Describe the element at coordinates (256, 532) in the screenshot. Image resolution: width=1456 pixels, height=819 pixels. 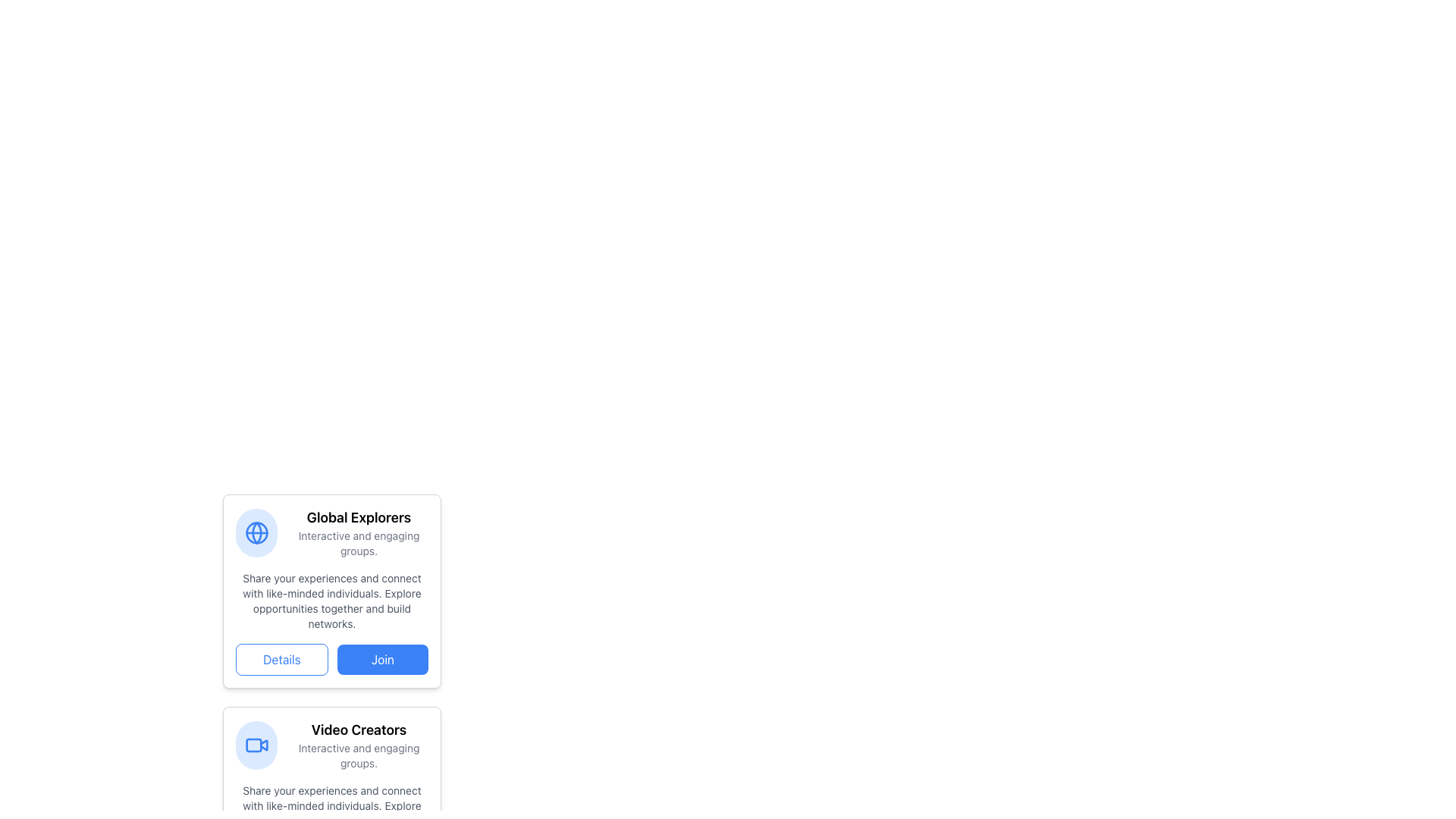
I see `the circular globe icon located at the top-left corner of the 'Global Explorers' card, which is visually distinct with its blue globe illustration against a light blue background` at that location.